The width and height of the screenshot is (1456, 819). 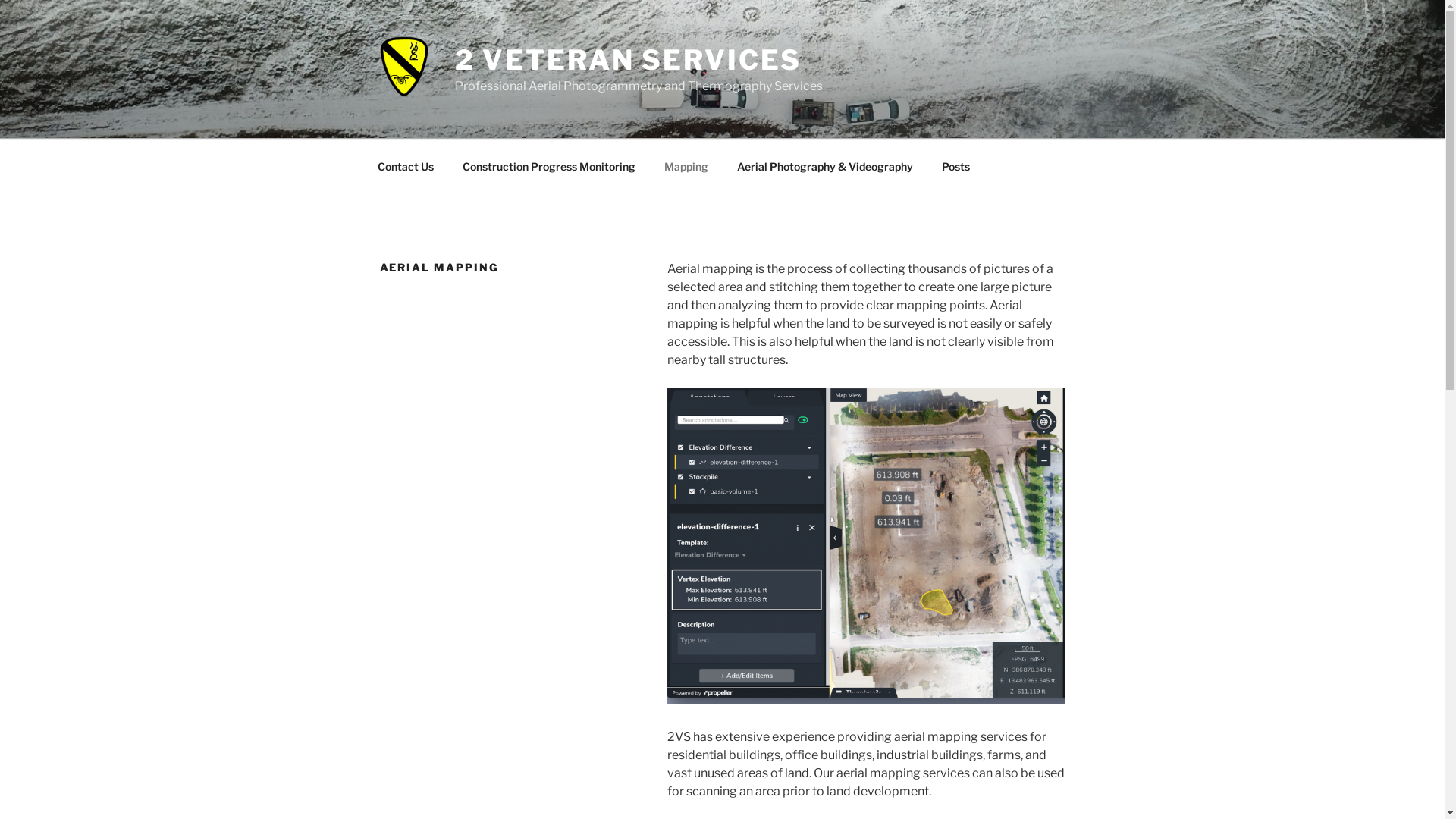 I want to click on 'Construction Progress Monitoring', so click(x=548, y=165).